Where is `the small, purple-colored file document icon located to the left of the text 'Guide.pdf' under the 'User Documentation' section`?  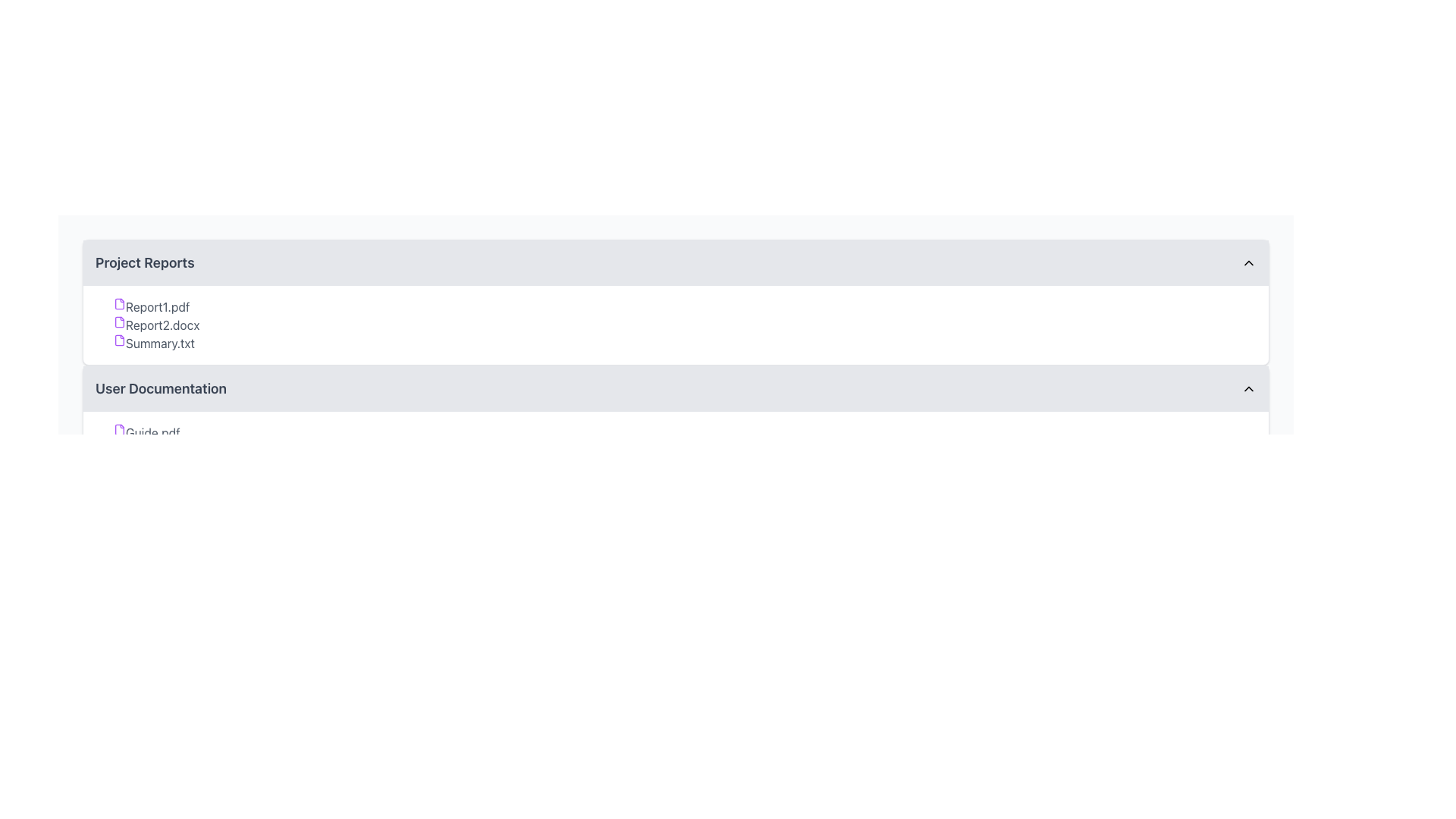
the small, purple-colored file document icon located to the left of the text 'Guide.pdf' under the 'User Documentation' section is located at coordinates (119, 430).